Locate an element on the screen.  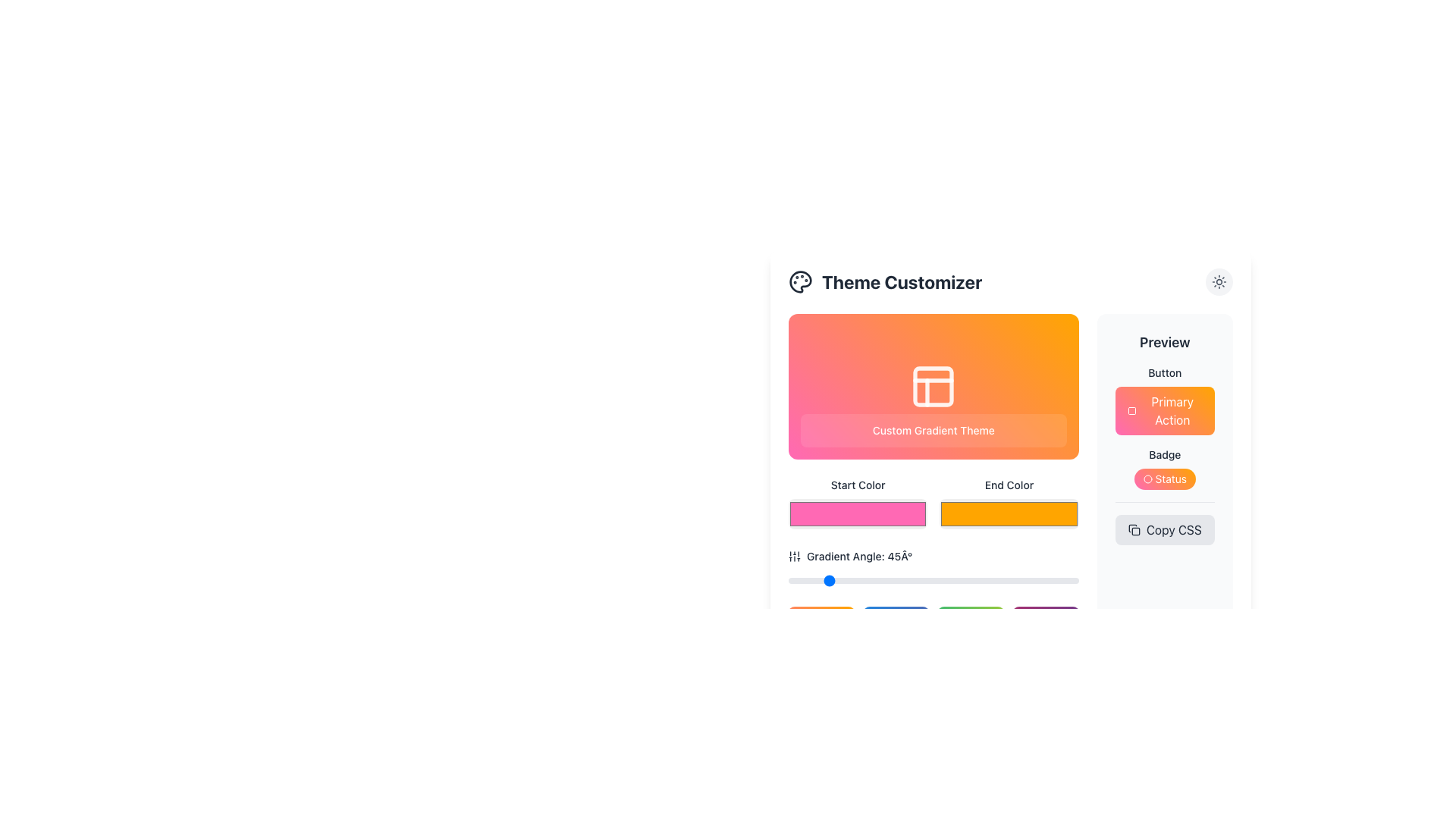
the gradient angle is located at coordinates (926, 580).